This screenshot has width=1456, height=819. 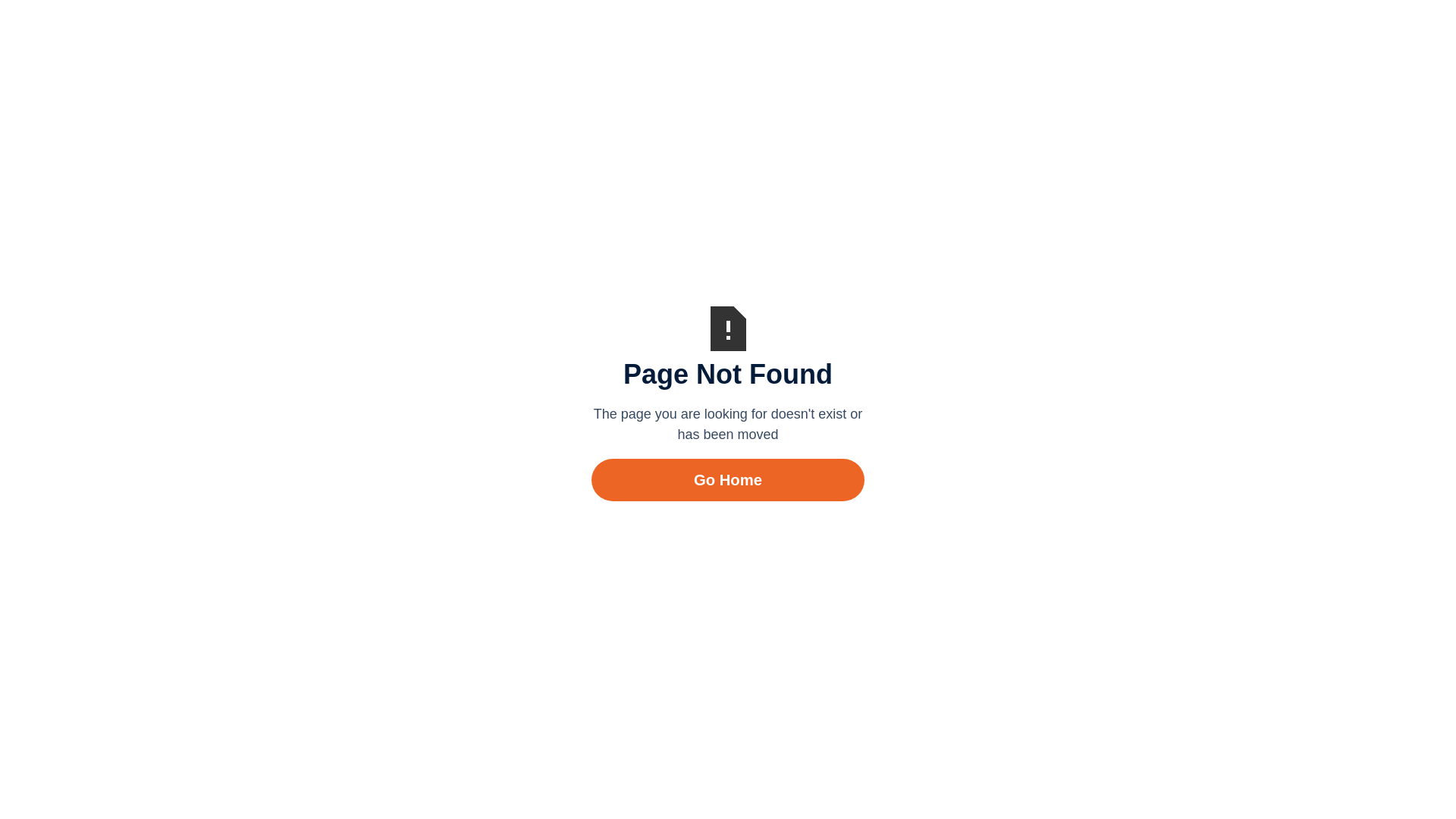 I want to click on 'Go Home', so click(x=728, y=479).